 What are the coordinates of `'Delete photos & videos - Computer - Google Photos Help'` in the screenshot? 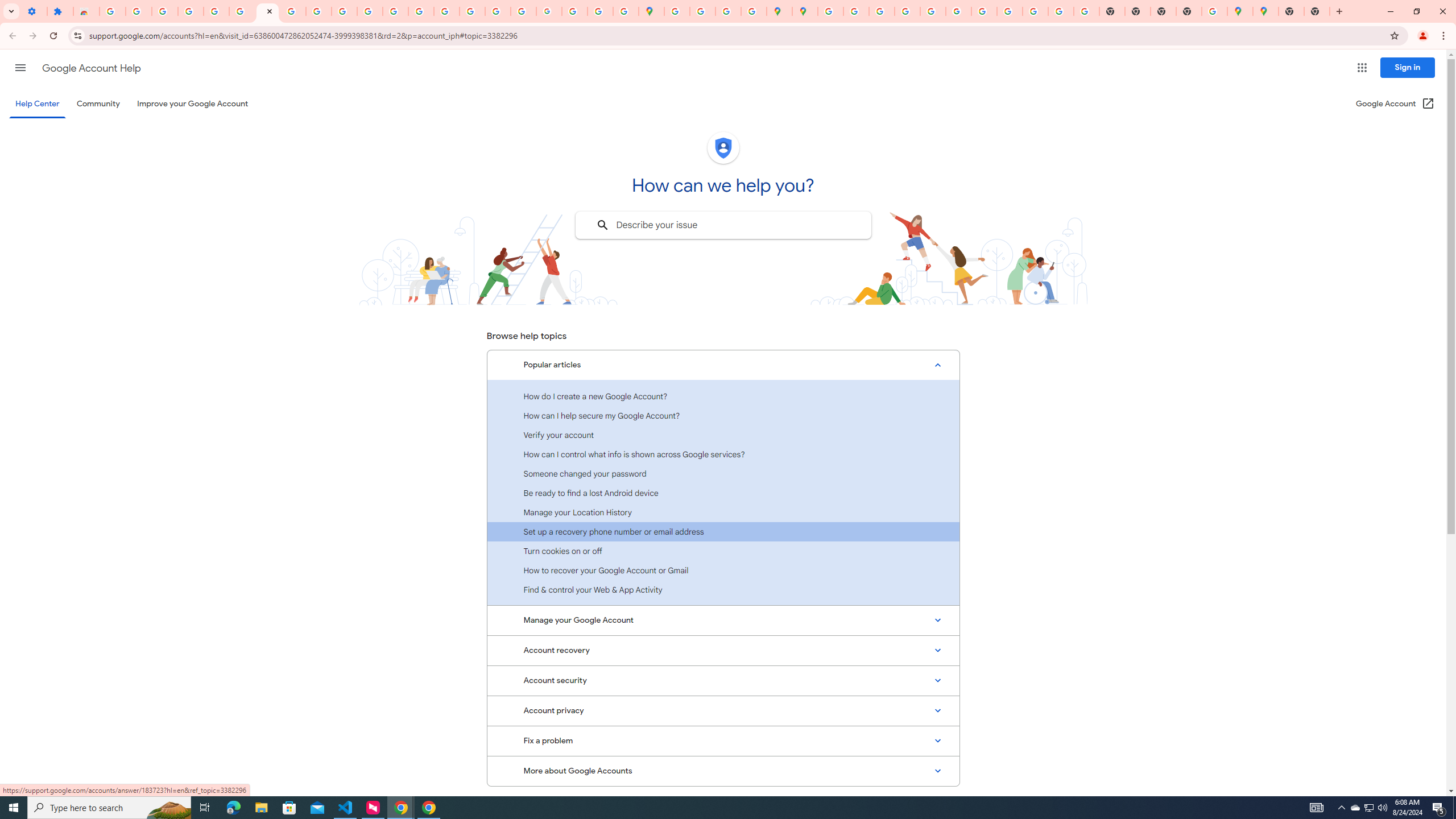 It's located at (139, 11).